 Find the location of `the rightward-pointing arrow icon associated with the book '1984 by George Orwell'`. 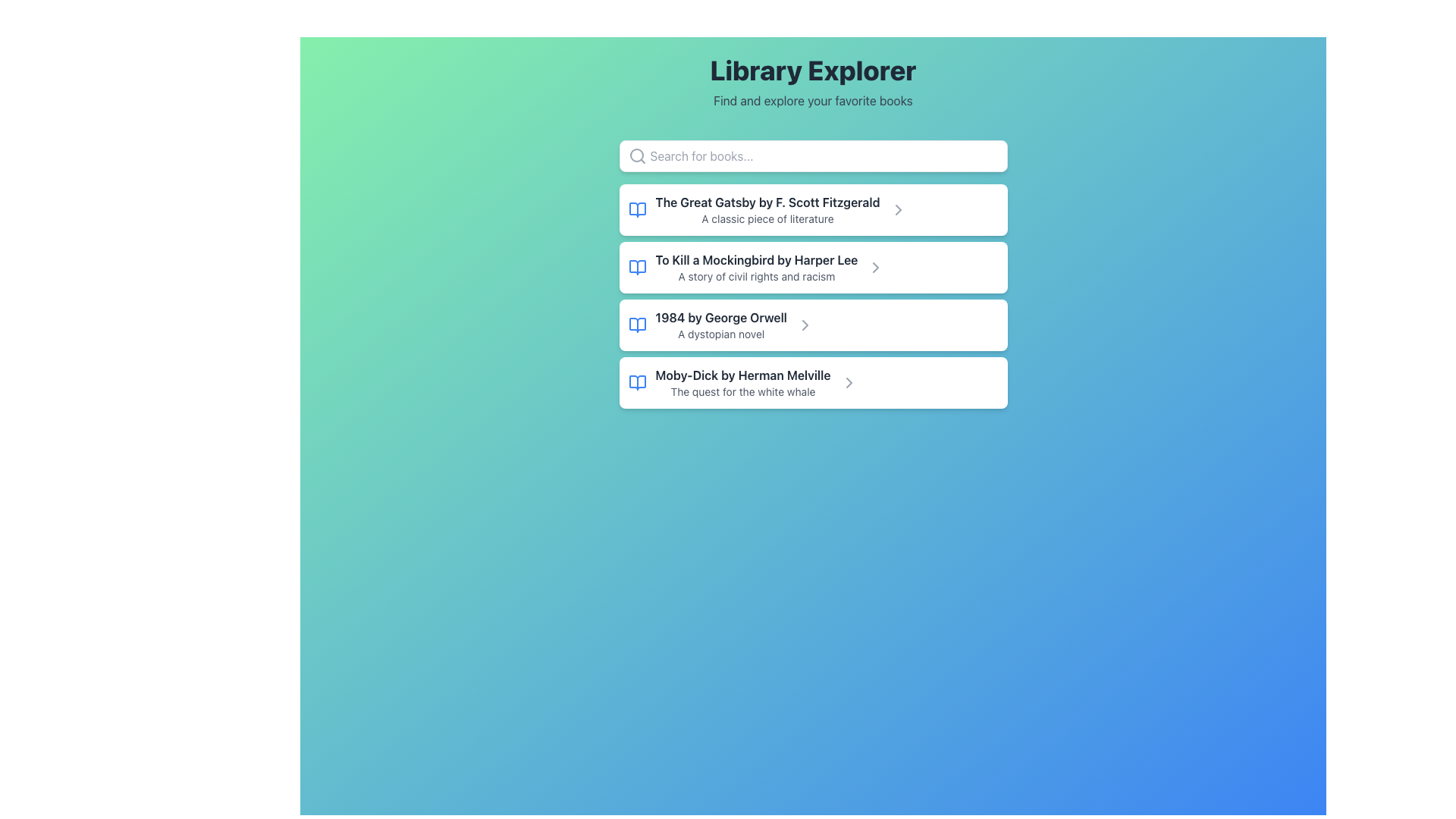

the rightward-pointing arrow icon associated with the book '1984 by George Orwell' is located at coordinates (804, 324).